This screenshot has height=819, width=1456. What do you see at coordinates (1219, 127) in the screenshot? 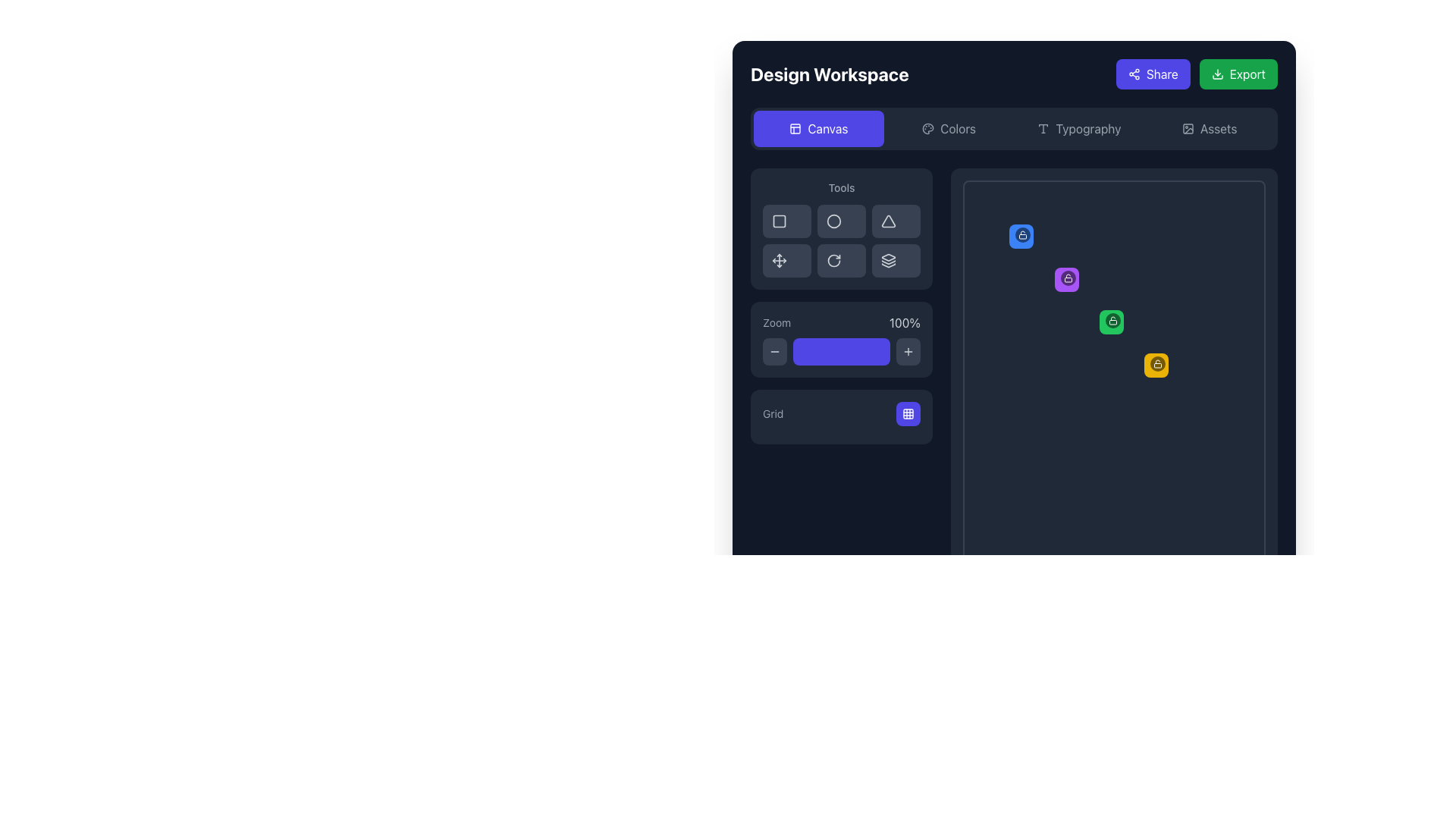
I see `label text located in the header section of the interface, on the right side, adjacent to 'Share' and 'Export' buttons` at bounding box center [1219, 127].